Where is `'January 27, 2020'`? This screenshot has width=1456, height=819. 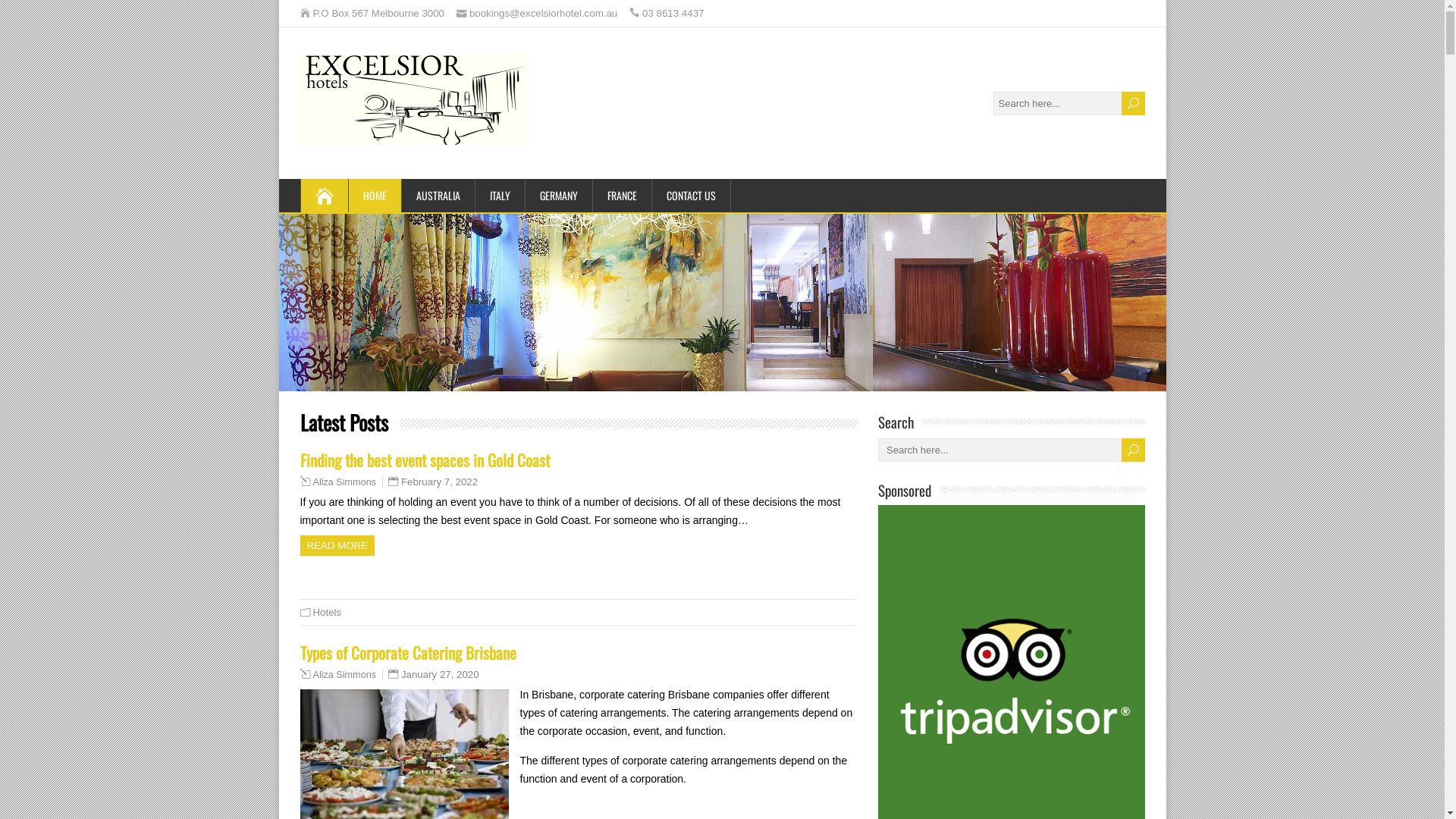 'January 27, 2020' is located at coordinates (439, 673).